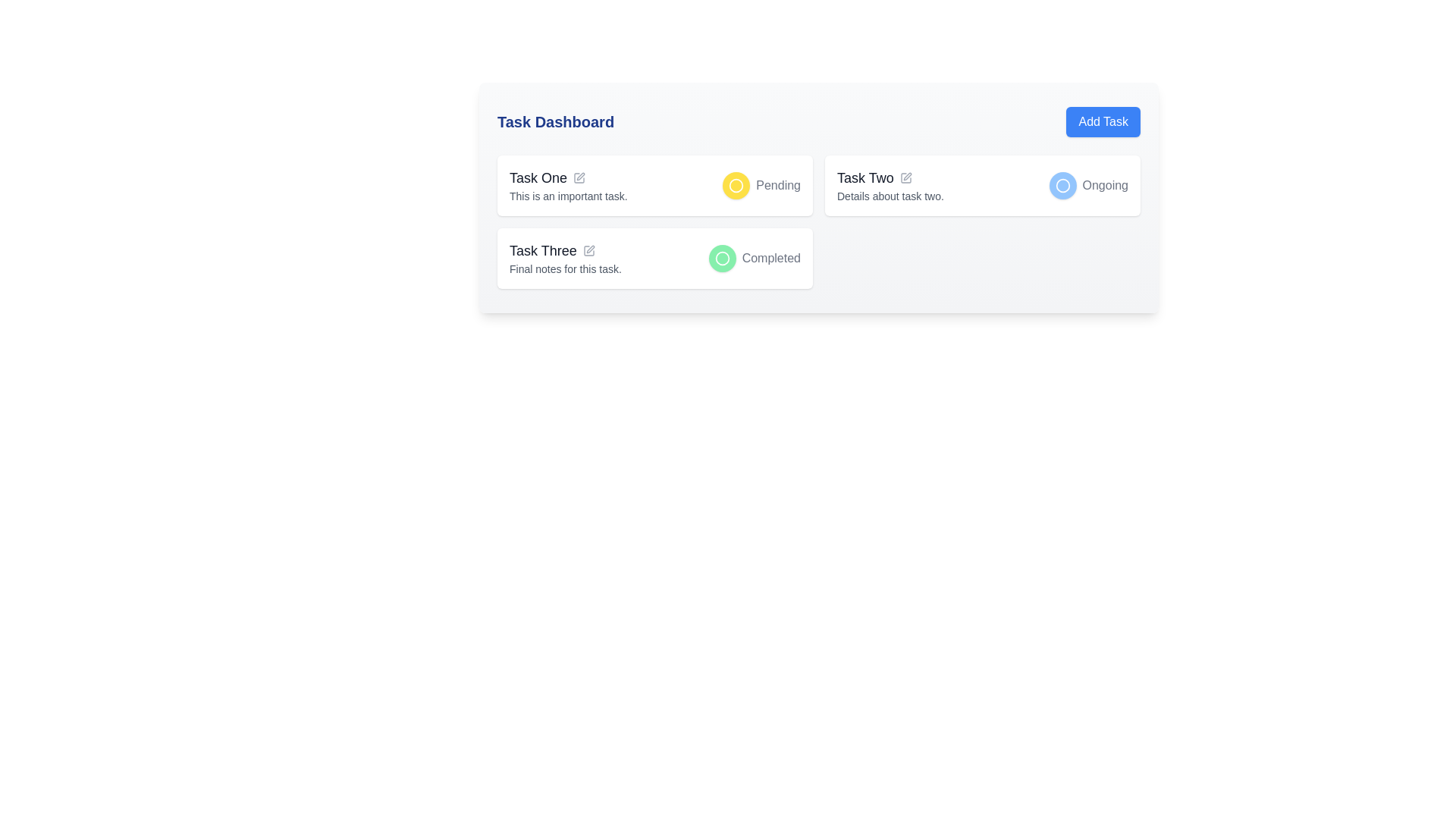 This screenshot has width=1456, height=819. What do you see at coordinates (890, 177) in the screenshot?
I see `the title text element for 'Task Two' that is located in the center column of the task dashboard, above the description text 'Details about task two.'` at bounding box center [890, 177].